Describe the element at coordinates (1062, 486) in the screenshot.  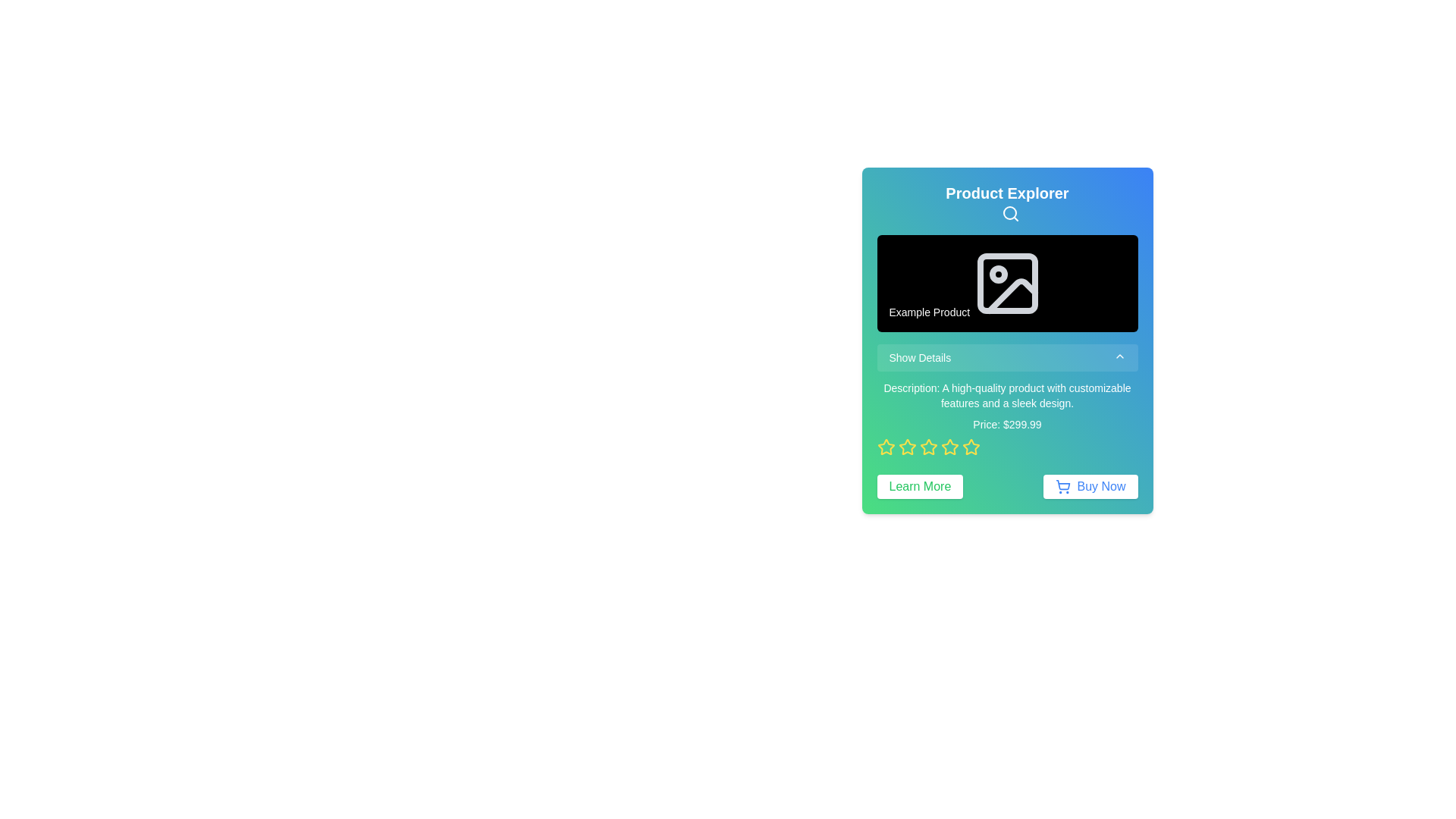
I see `the 'Buy Now' button which contains a shopping cart icon on the left side, located at the bottom-right of a product card` at that location.